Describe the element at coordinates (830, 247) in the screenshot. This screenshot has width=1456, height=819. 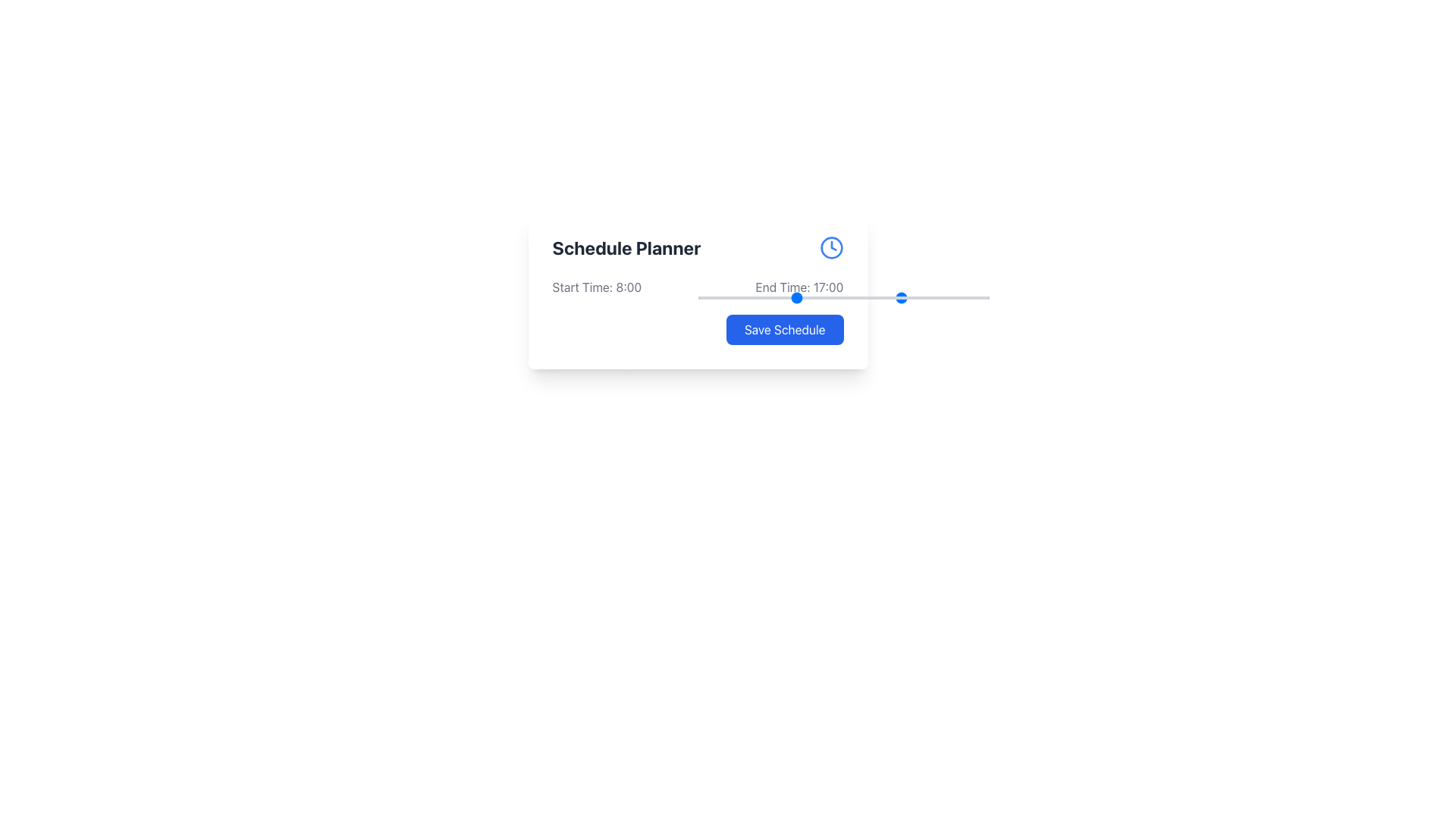
I see `the clock icon located in the 'Schedule Planner' section, positioned immediately to the right of the 'Schedule Planner' text element` at that location.